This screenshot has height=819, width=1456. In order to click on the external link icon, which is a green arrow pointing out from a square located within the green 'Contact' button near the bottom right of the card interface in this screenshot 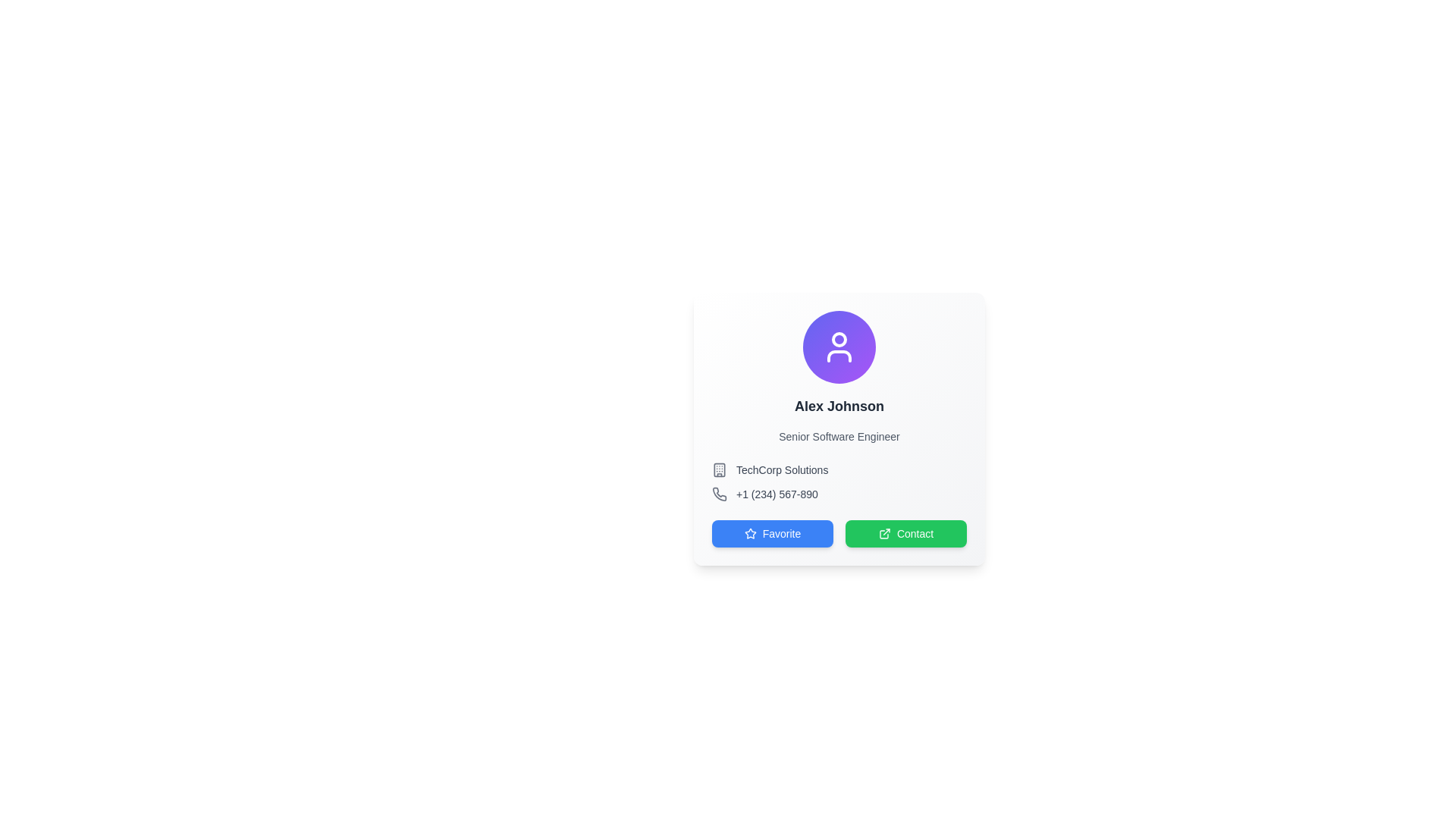, I will do `click(884, 533)`.